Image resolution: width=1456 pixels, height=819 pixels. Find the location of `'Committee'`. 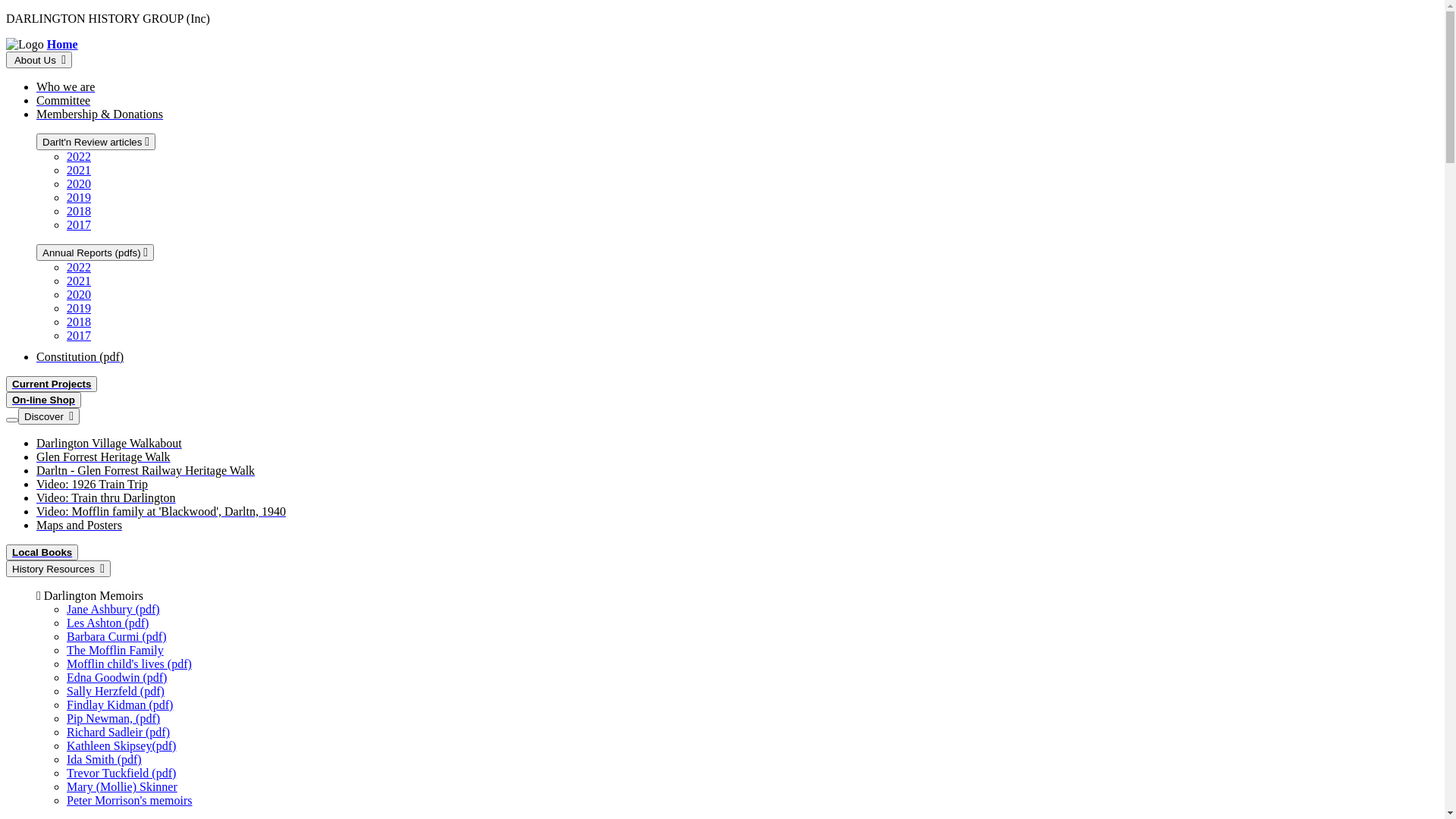

'Committee' is located at coordinates (36, 100).